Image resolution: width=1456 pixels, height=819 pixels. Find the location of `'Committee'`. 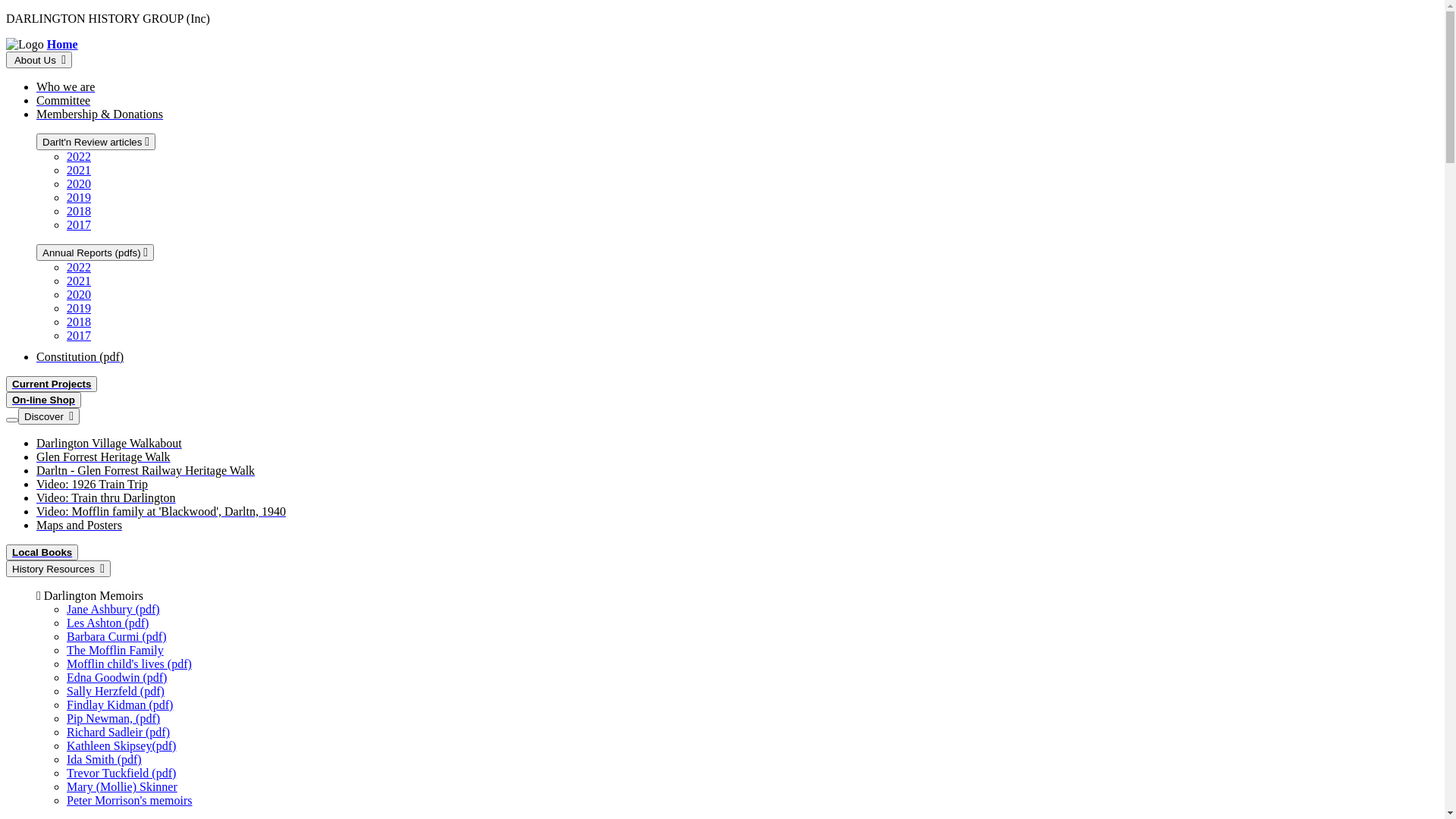

'Committee' is located at coordinates (36, 100).